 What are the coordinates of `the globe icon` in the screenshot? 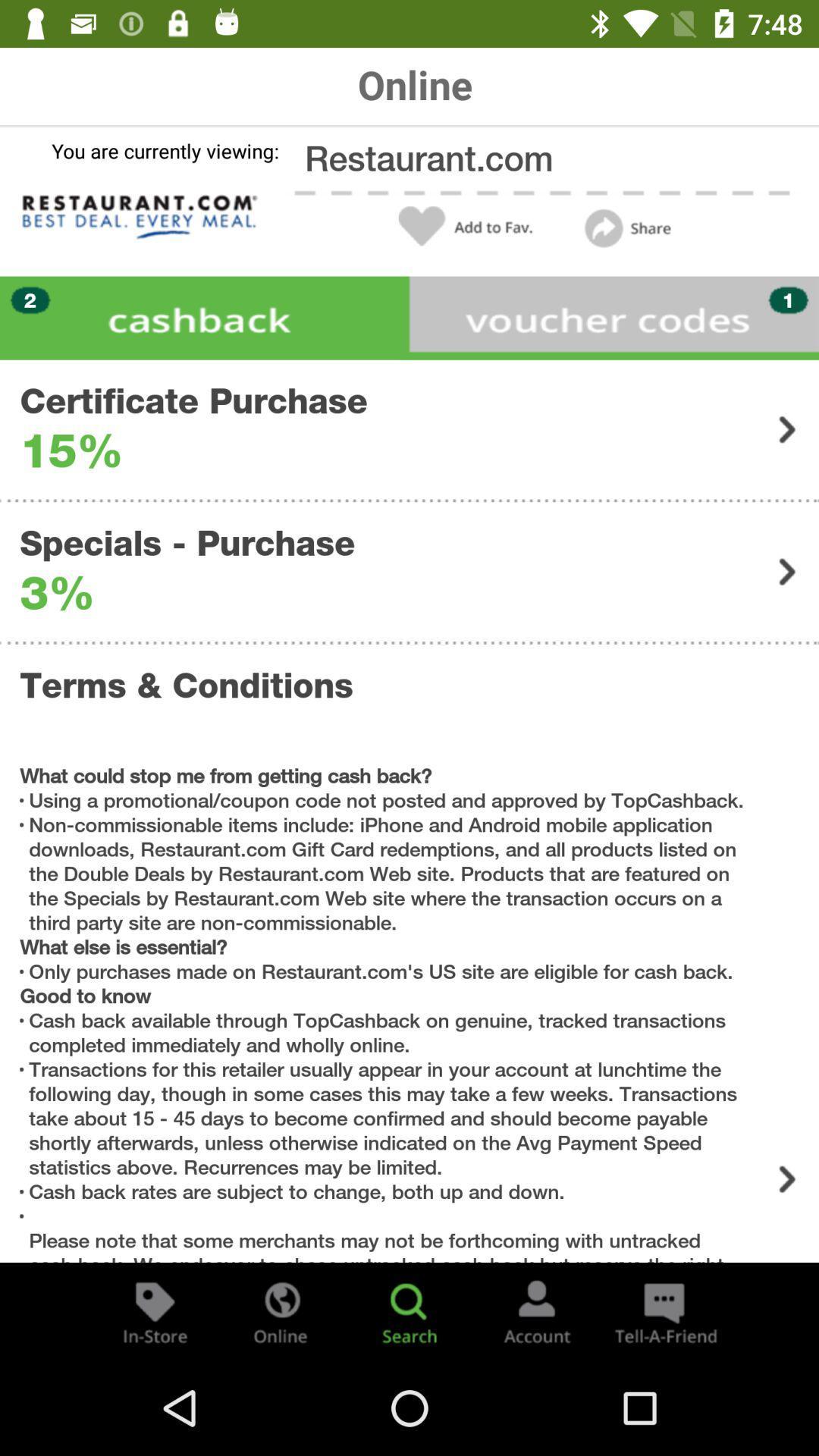 It's located at (281, 1310).